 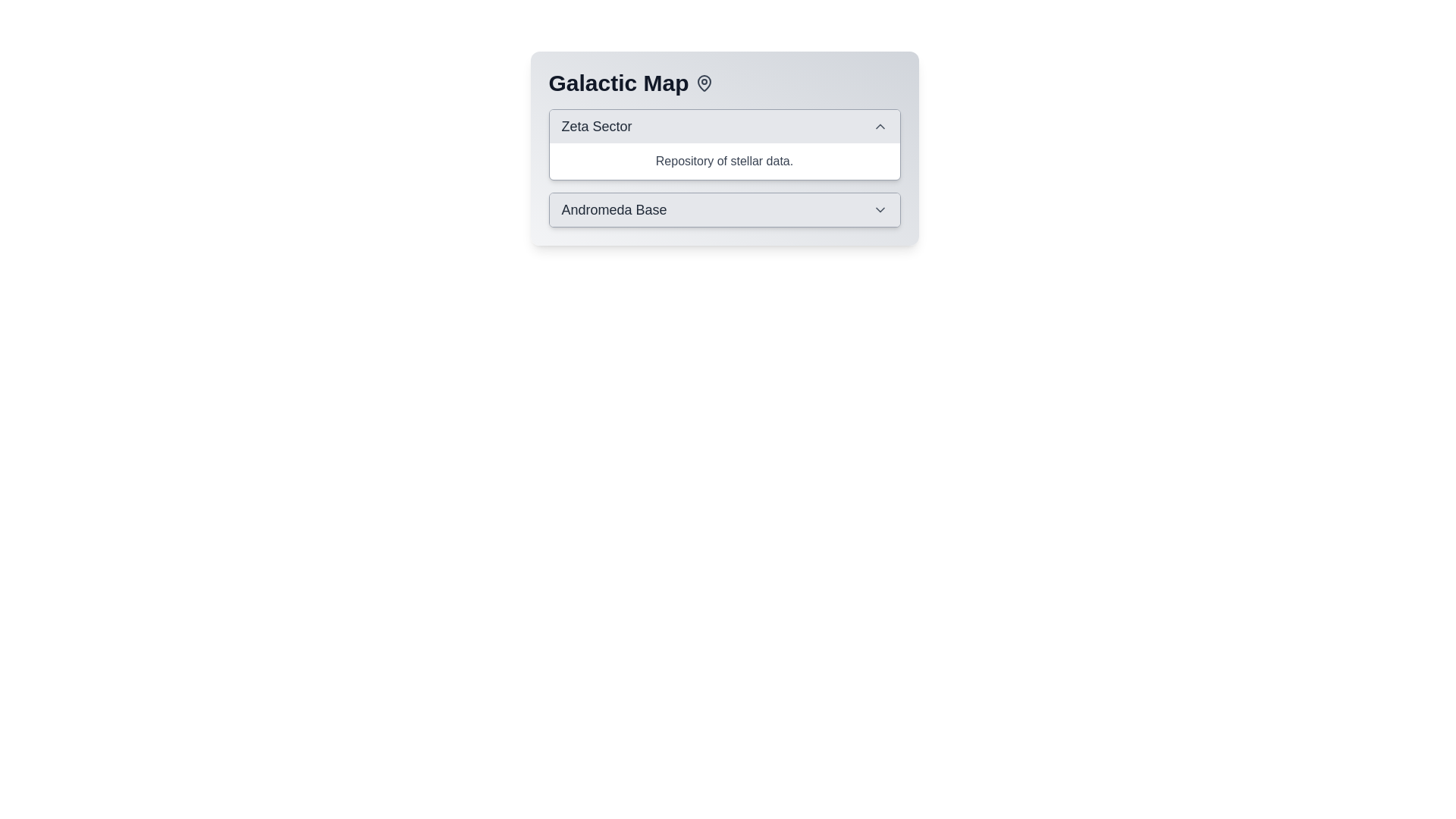 I want to click on the static text element that provides information about the 'Zeta Sector' section within the 'Galactic Map' interface, so click(x=723, y=161).